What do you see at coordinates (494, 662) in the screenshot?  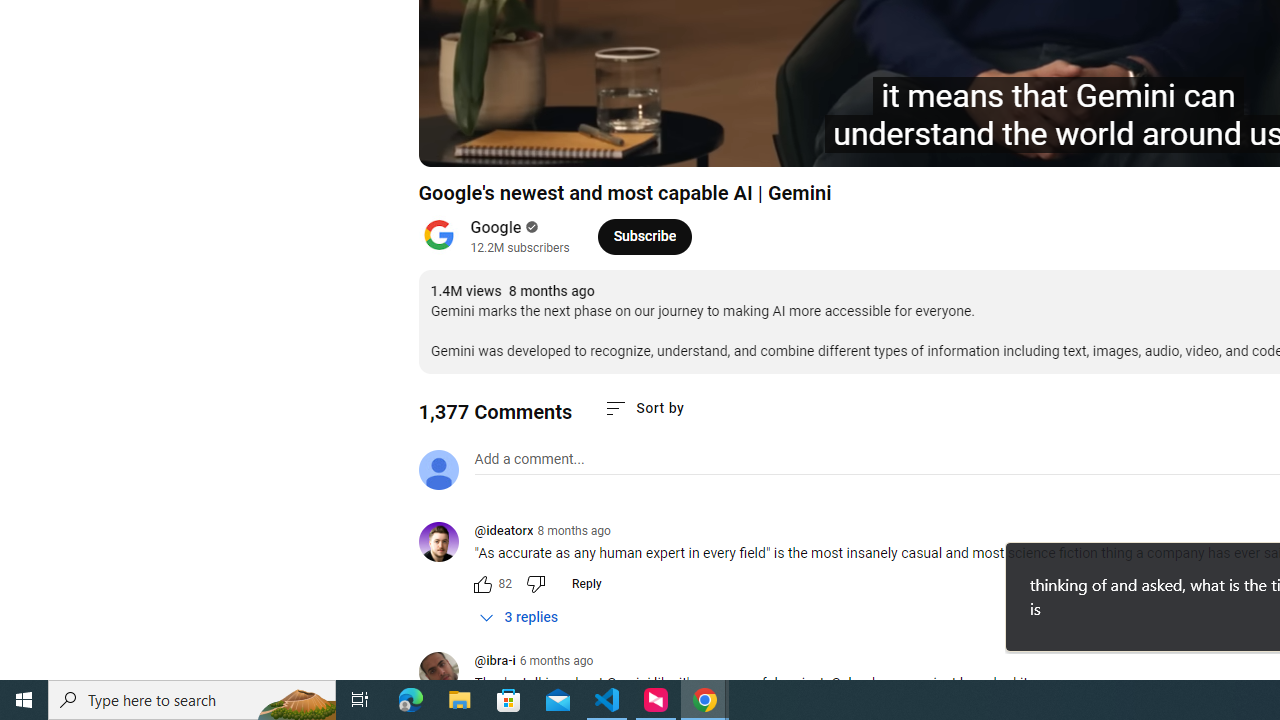 I see `'@ibra-i'` at bounding box center [494, 662].